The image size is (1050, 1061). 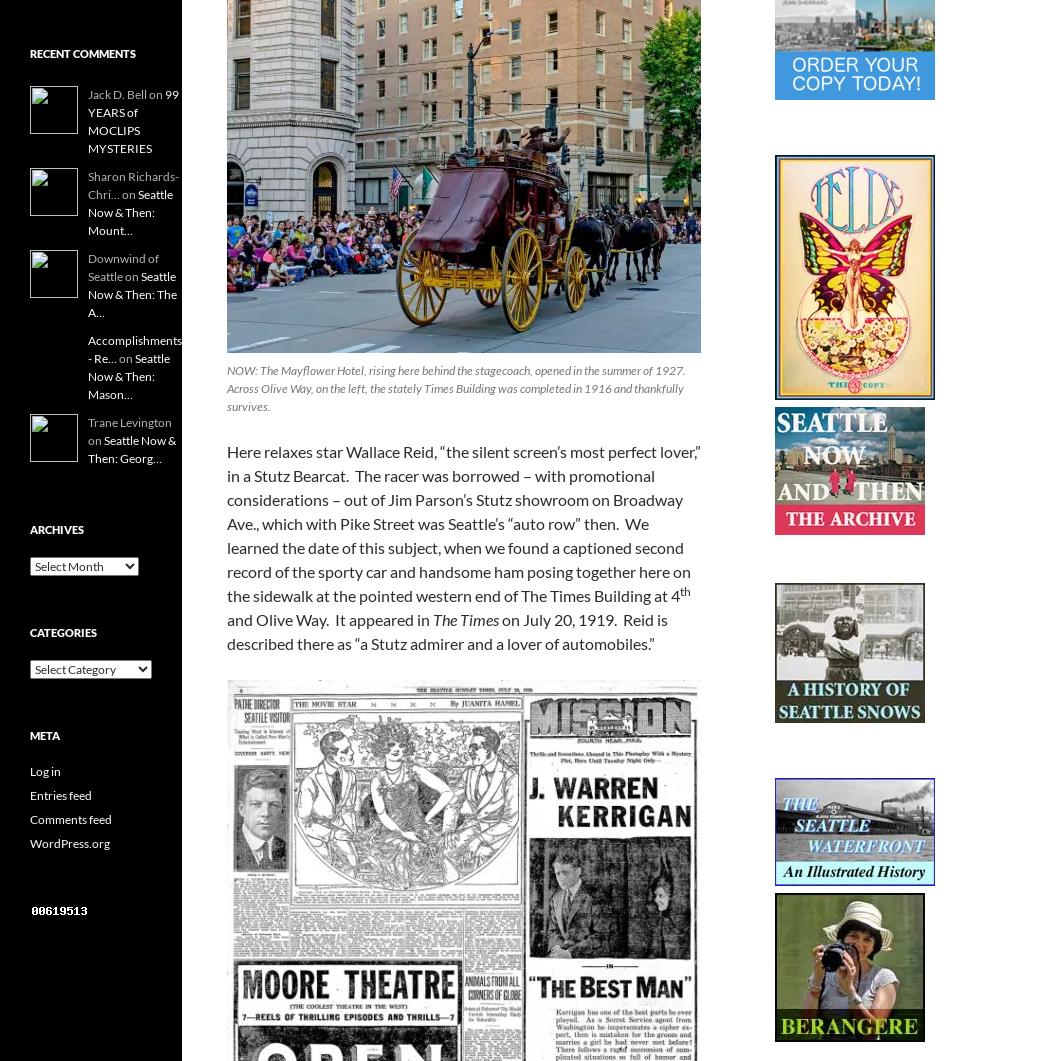 I want to click on 'th', so click(x=679, y=589).